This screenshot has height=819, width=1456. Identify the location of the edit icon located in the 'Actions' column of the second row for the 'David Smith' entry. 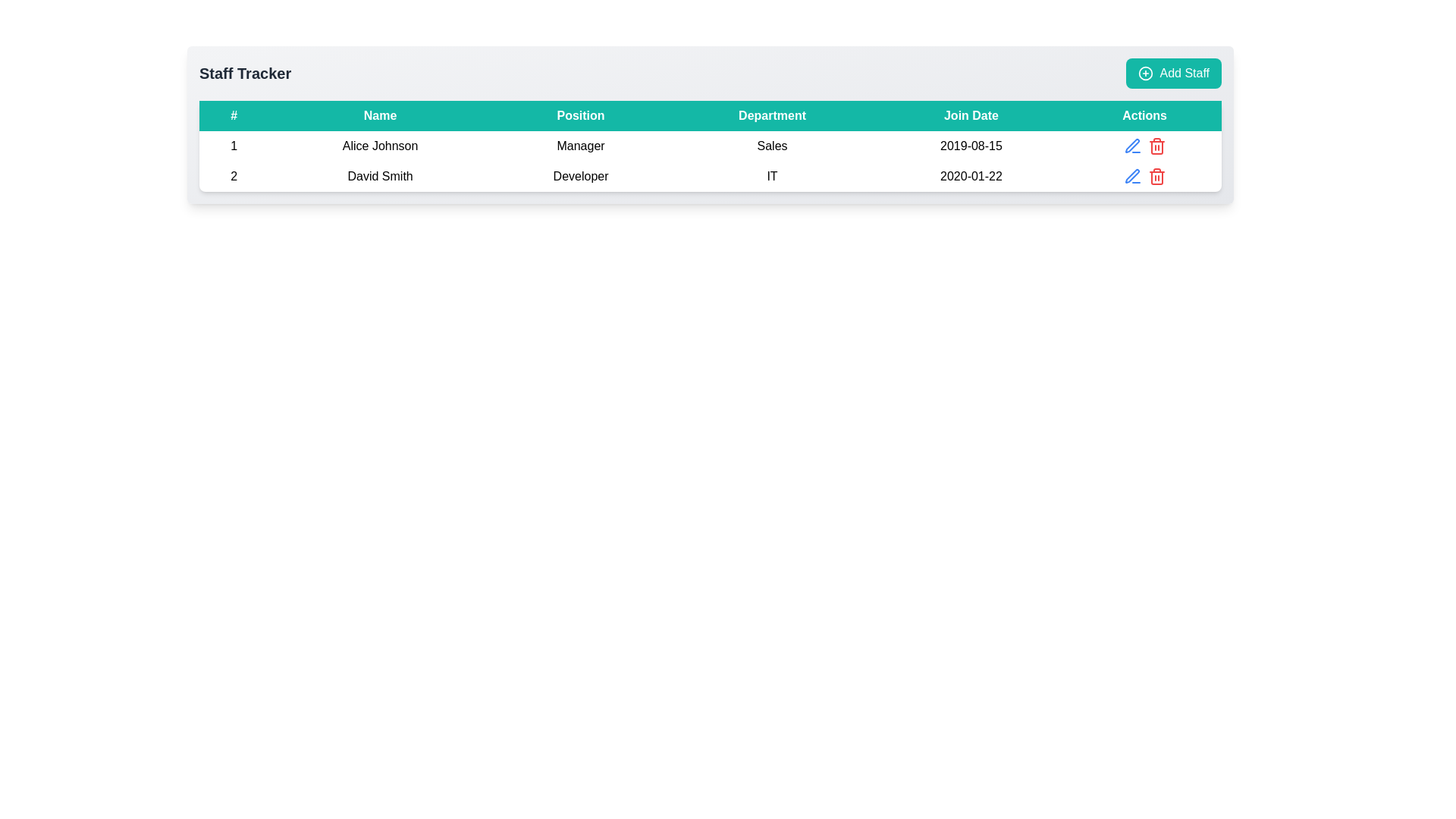
(1132, 146).